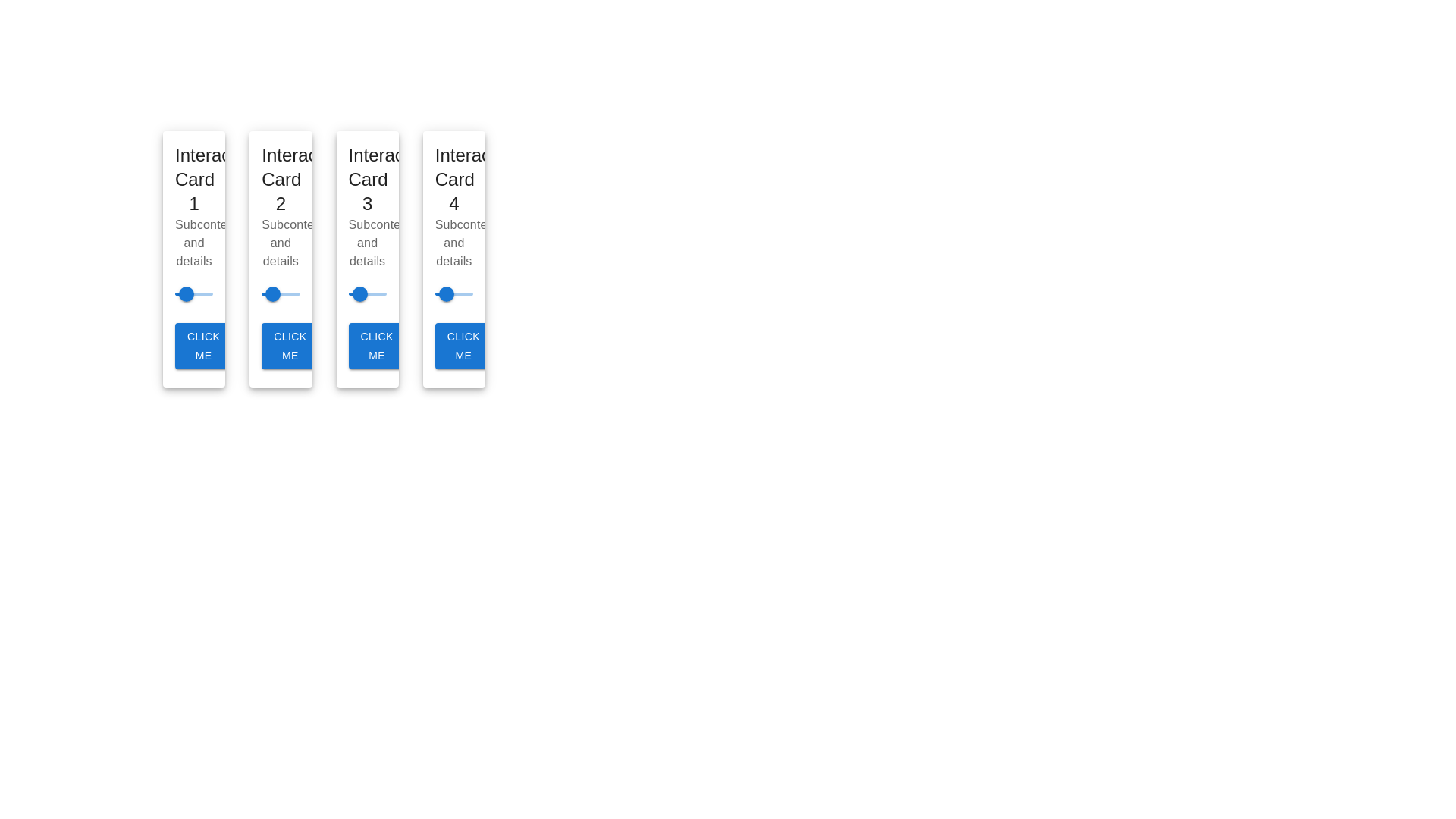 This screenshot has width=1456, height=819. Describe the element at coordinates (377, 346) in the screenshot. I see `the rectangular button with rounded corners labeled 'Click Me'` at that location.